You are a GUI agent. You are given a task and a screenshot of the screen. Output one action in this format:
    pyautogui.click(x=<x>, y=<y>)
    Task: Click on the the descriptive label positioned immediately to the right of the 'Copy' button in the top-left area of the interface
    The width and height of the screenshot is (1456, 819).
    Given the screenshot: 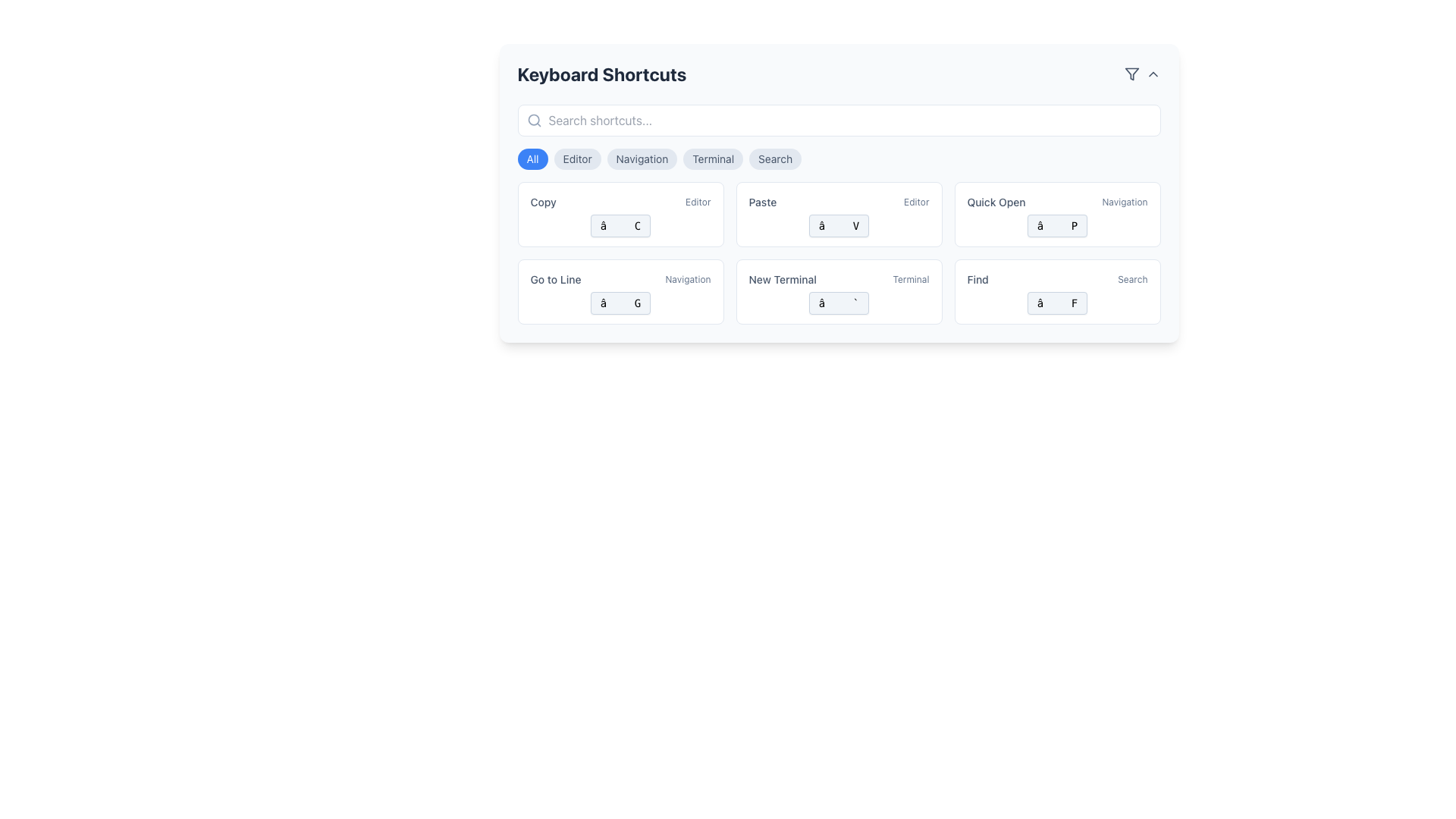 What is the action you would take?
    pyautogui.click(x=697, y=201)
    